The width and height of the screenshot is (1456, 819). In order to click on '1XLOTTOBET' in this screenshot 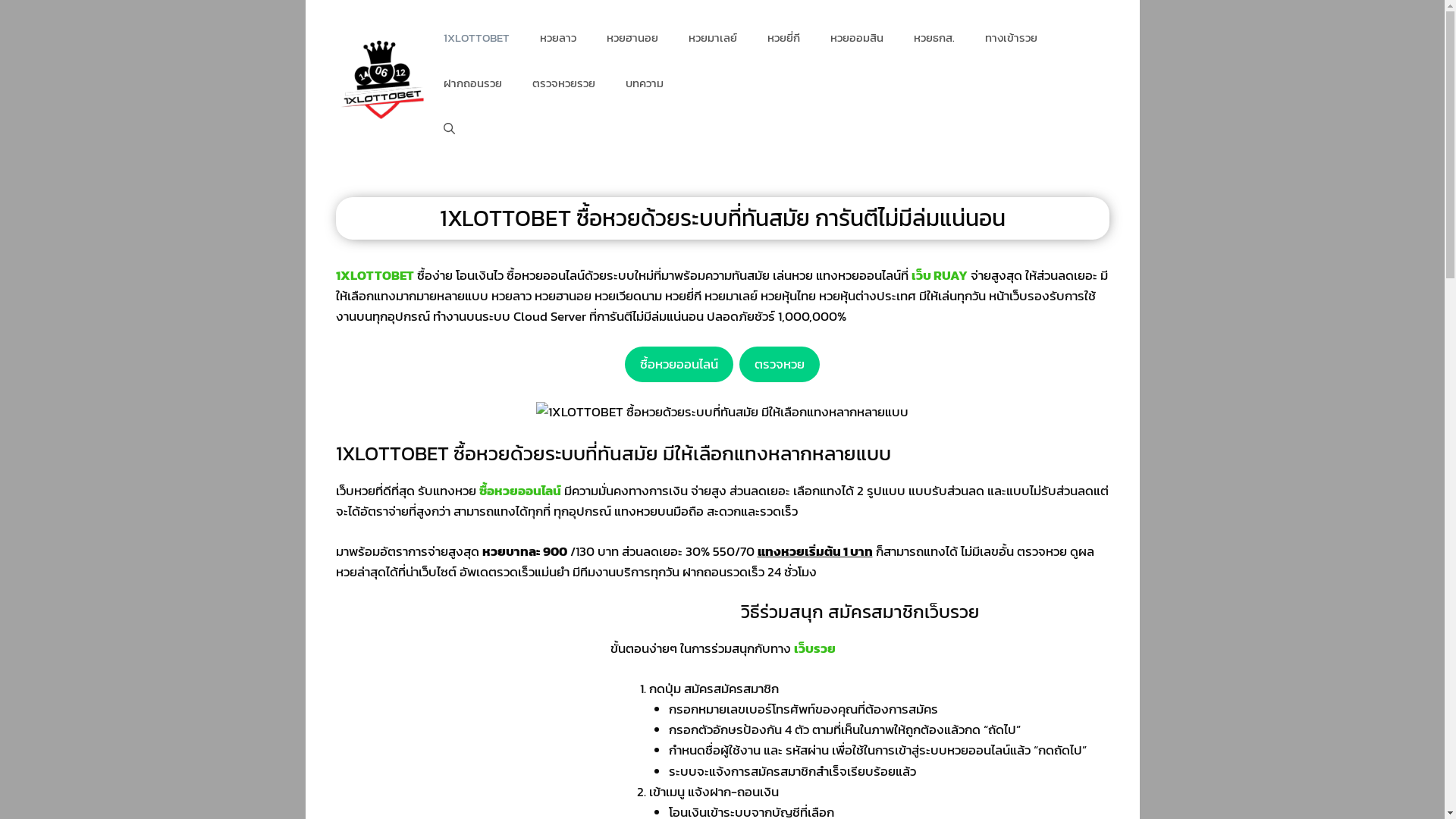, I will do `click(374, 275)`.